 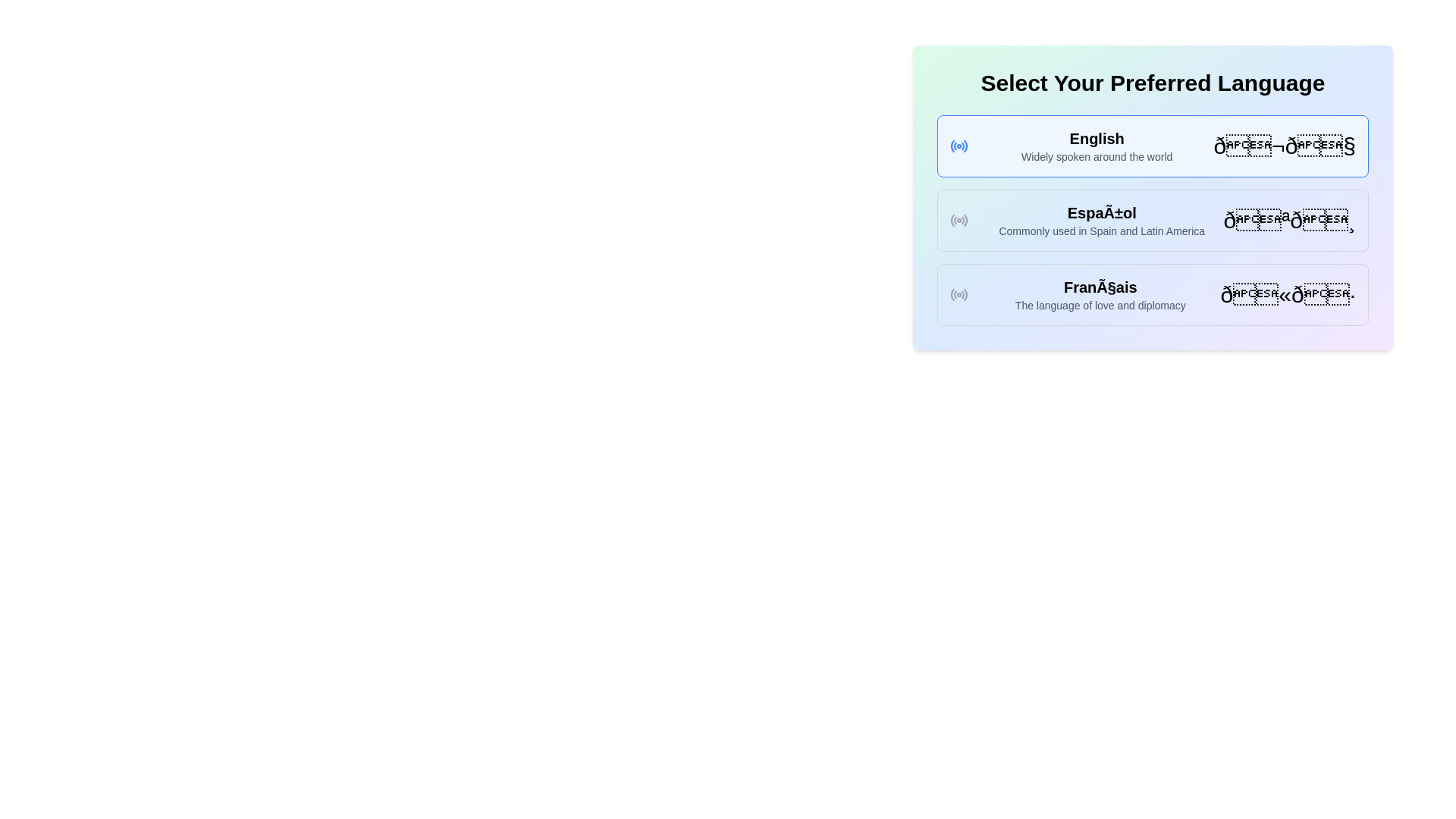 What do you see at coordinates (1288, 220) in the screenshot?
I see `the Spanish (Español) language selection icon located at the rightmost side of the language options` at bounding box center [1288, 220].